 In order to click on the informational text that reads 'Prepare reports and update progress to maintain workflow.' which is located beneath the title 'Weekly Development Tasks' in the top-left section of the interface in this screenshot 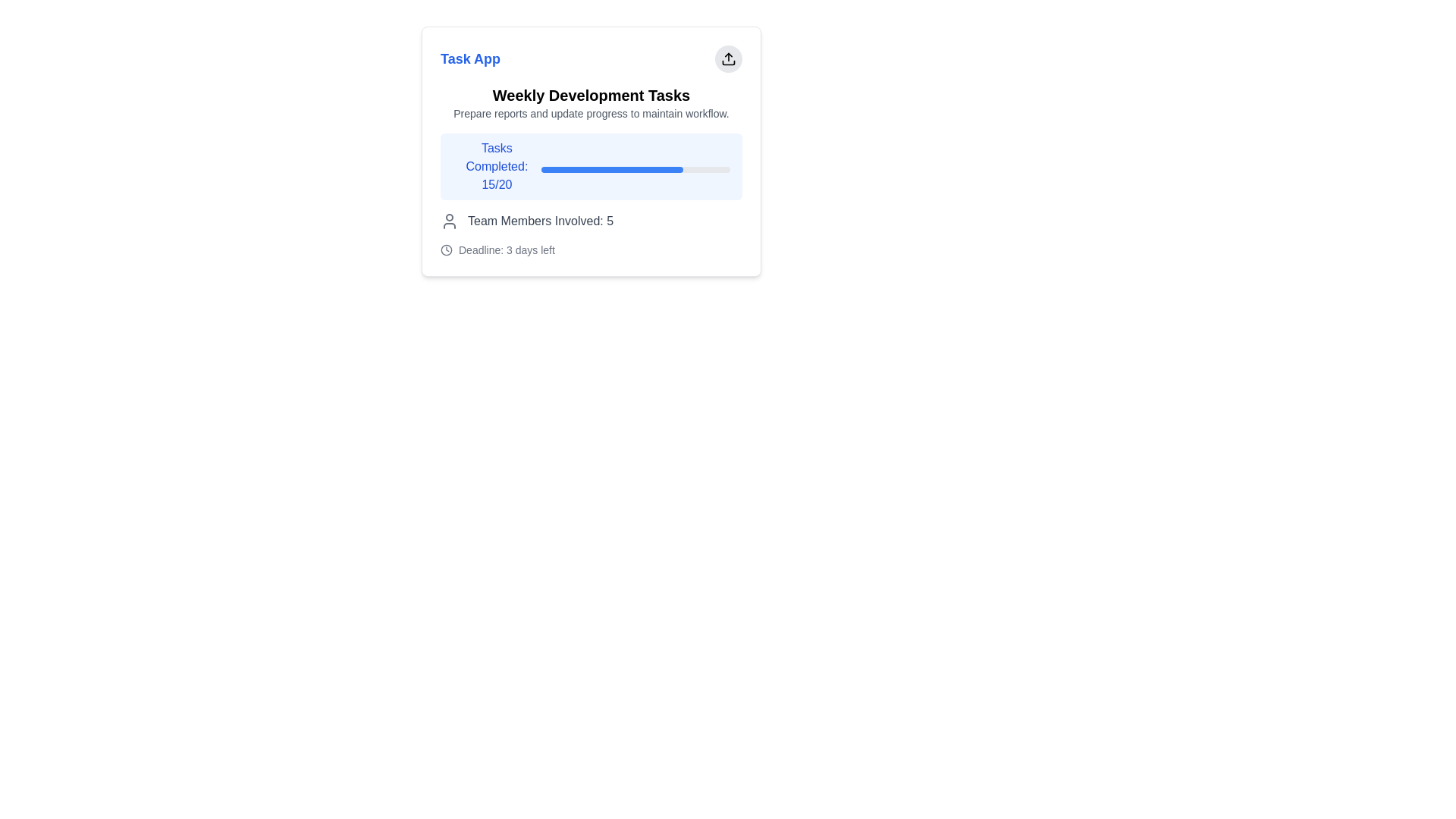, I will do `click(590, 113)`.